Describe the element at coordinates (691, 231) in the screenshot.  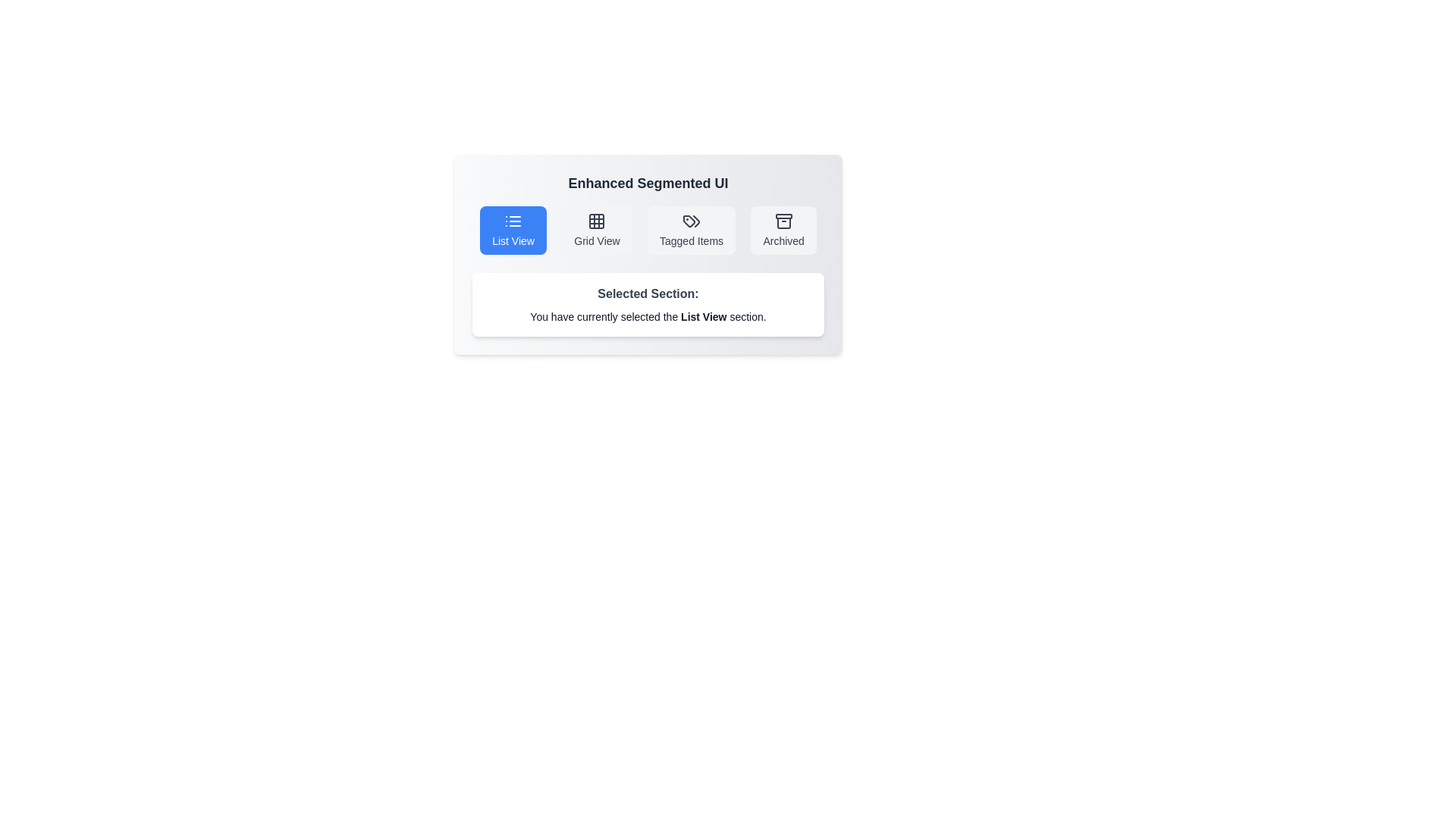
I see `the third button in a group of four buttons located at the center-top of the interface` at that location.